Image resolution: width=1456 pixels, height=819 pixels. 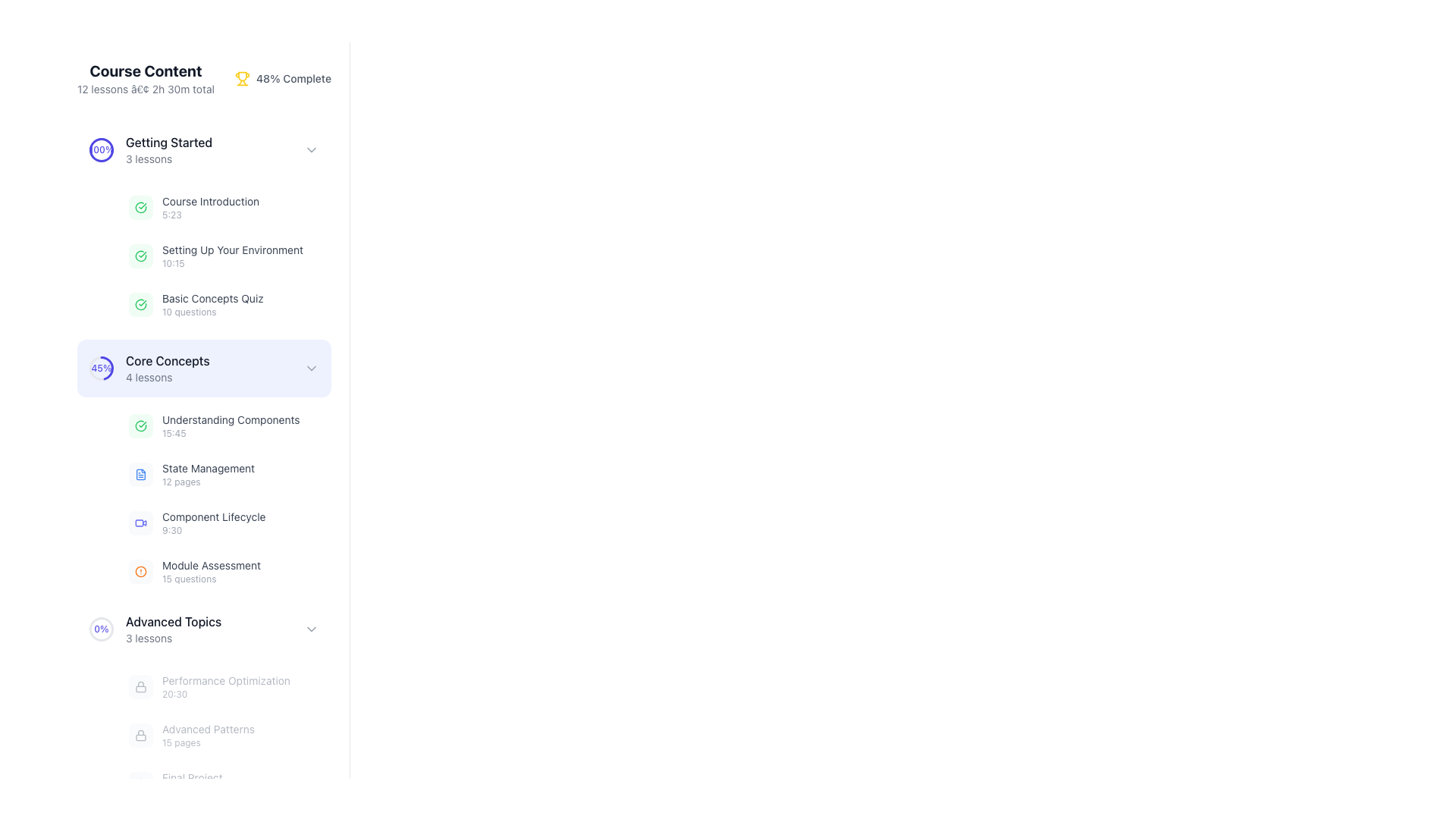 I want to click on text displayed in the Text Label indicating the duration or time associated with the 'Understanding Components' lesson, located under the 'Core Concepts' section, so click(x=230, y=433).